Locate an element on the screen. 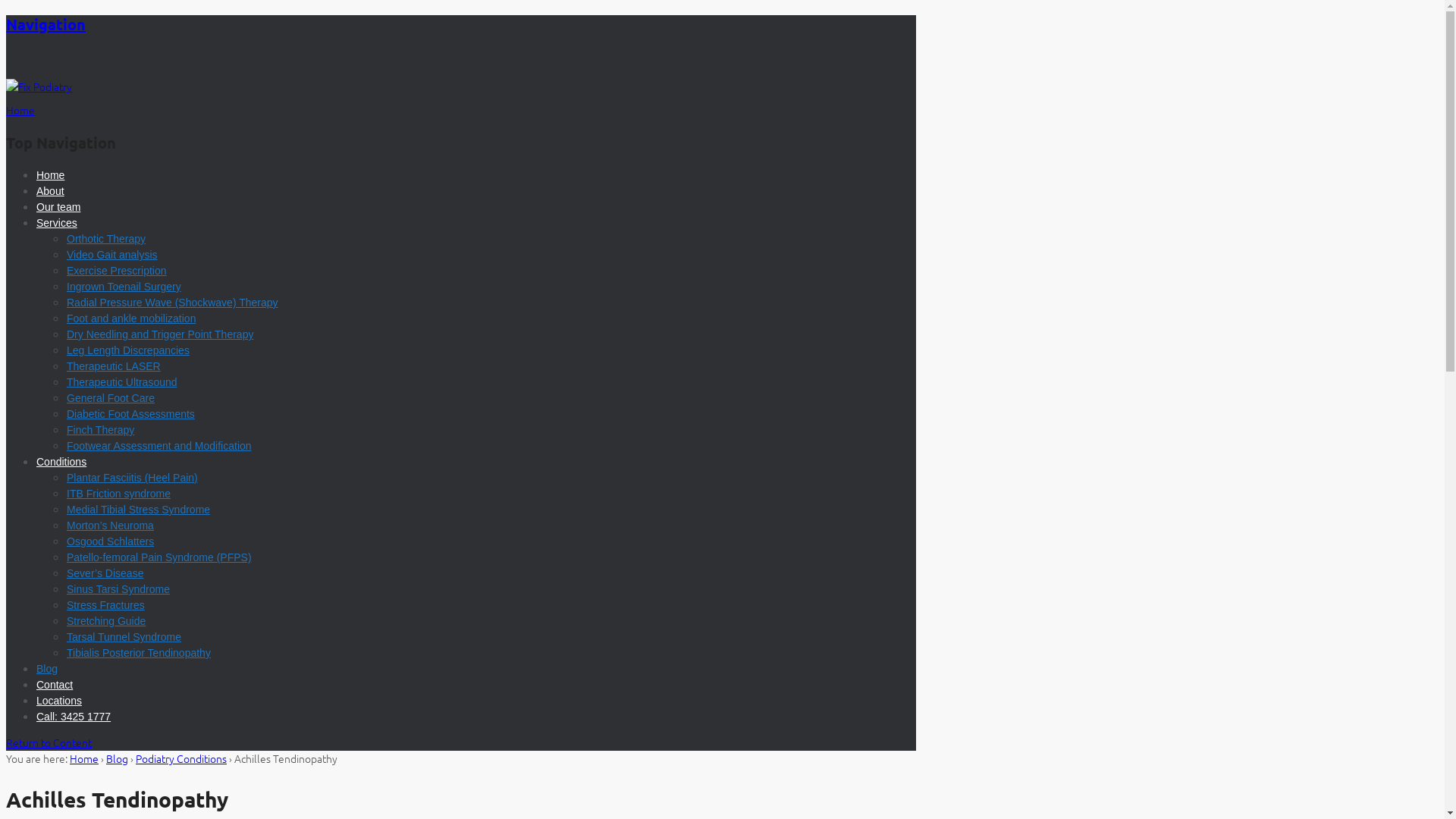 This screenshot has height=819, width=1456. 'About' is located at coordinates (50, 190).